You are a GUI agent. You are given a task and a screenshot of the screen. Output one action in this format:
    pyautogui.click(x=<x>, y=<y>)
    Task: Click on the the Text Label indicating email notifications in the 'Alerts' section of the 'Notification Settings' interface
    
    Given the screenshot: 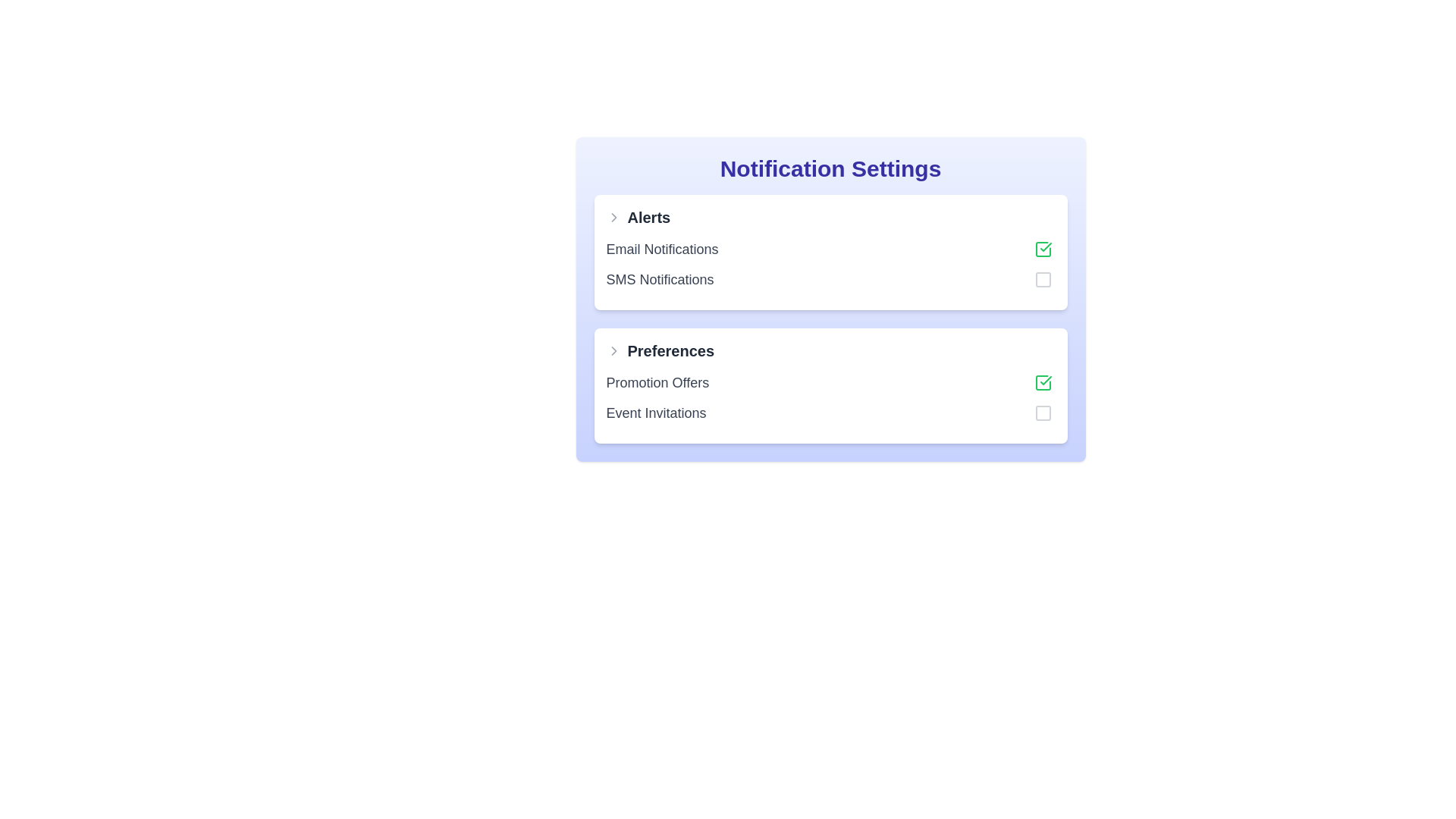 What is the action you would take?
    pyautogui.click(x=662, y=248)
    